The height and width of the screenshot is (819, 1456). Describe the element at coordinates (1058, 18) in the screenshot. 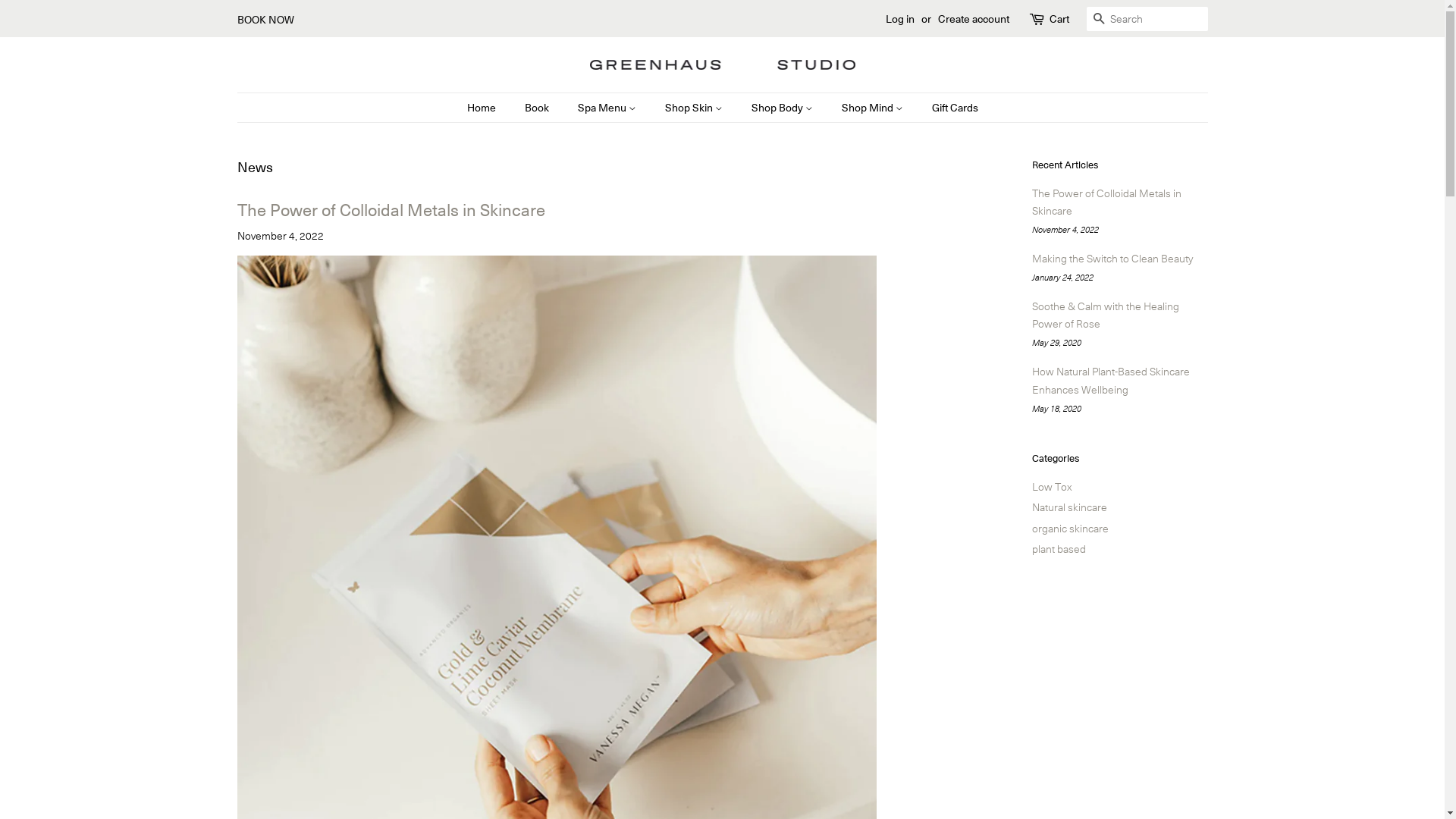

I see `'Cart'` at that location.